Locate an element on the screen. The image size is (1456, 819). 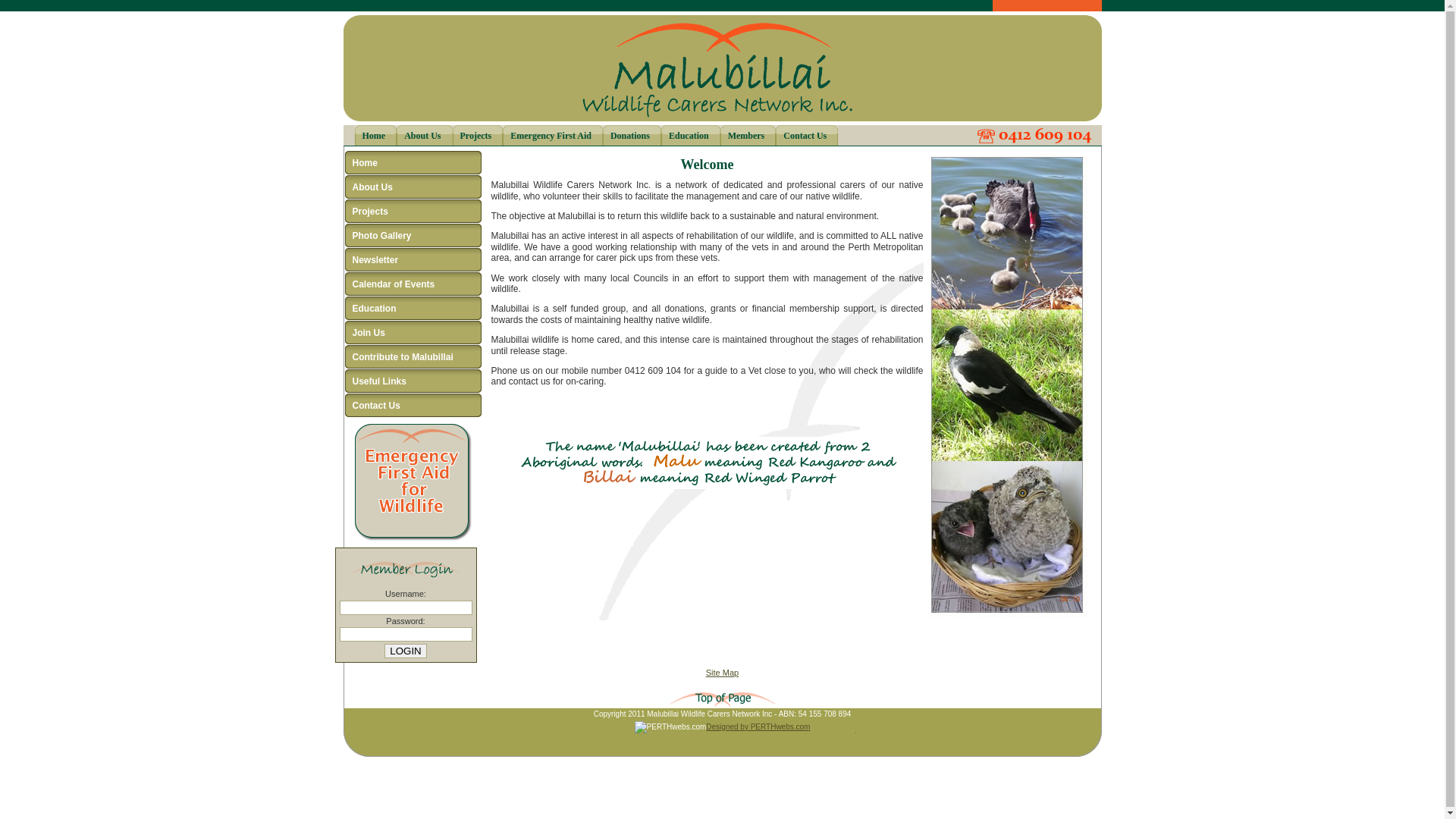
'Login' is located at coordinates (405, 650).